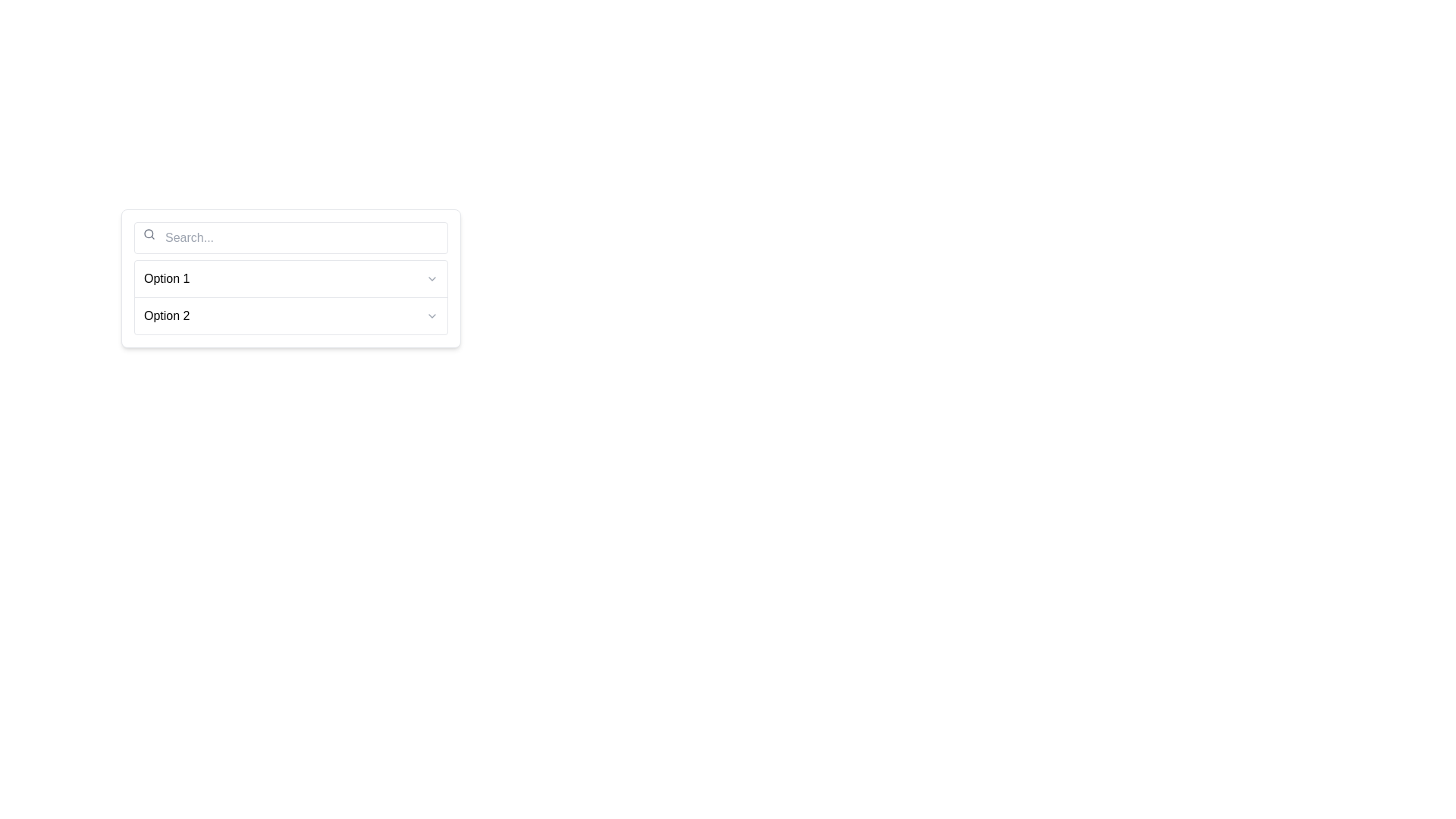 Image resolution: width=1456 pixels, height=819 pixels. I want to click on the dropdown chevron indicator icon located near the right edge of 'Option 2', so click(431, 315).